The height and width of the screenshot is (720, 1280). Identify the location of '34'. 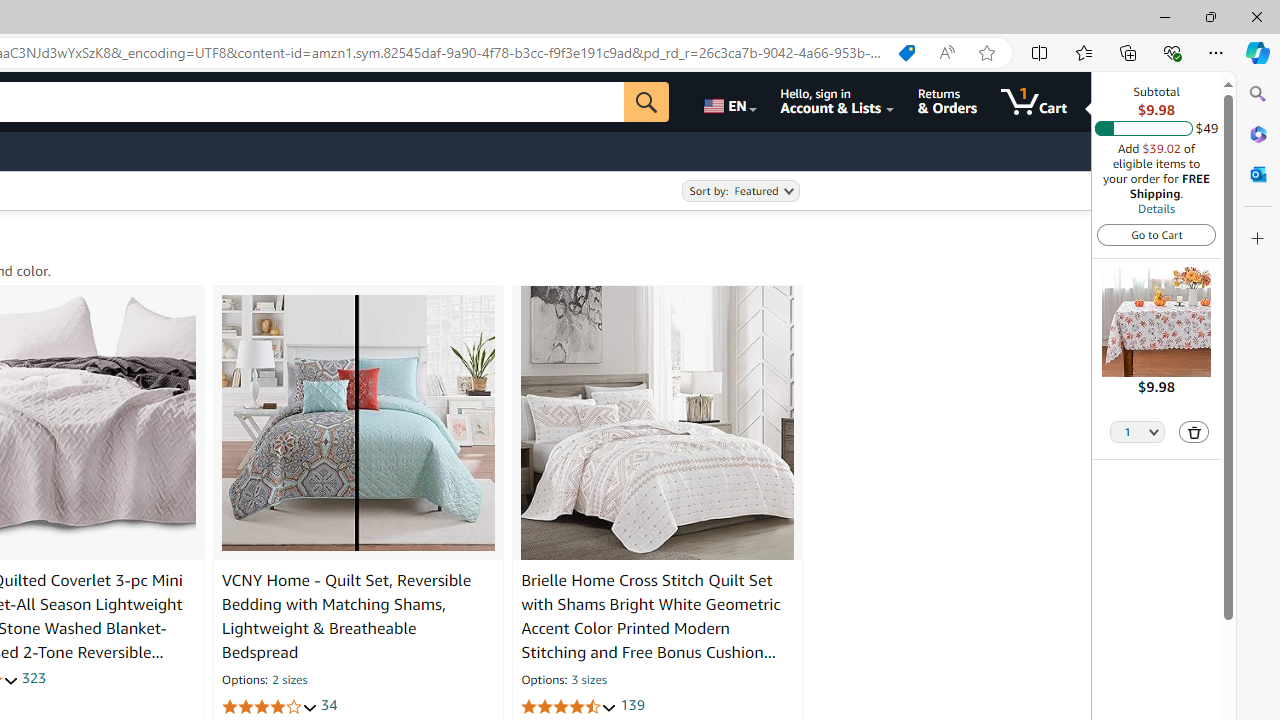
(328, 704).